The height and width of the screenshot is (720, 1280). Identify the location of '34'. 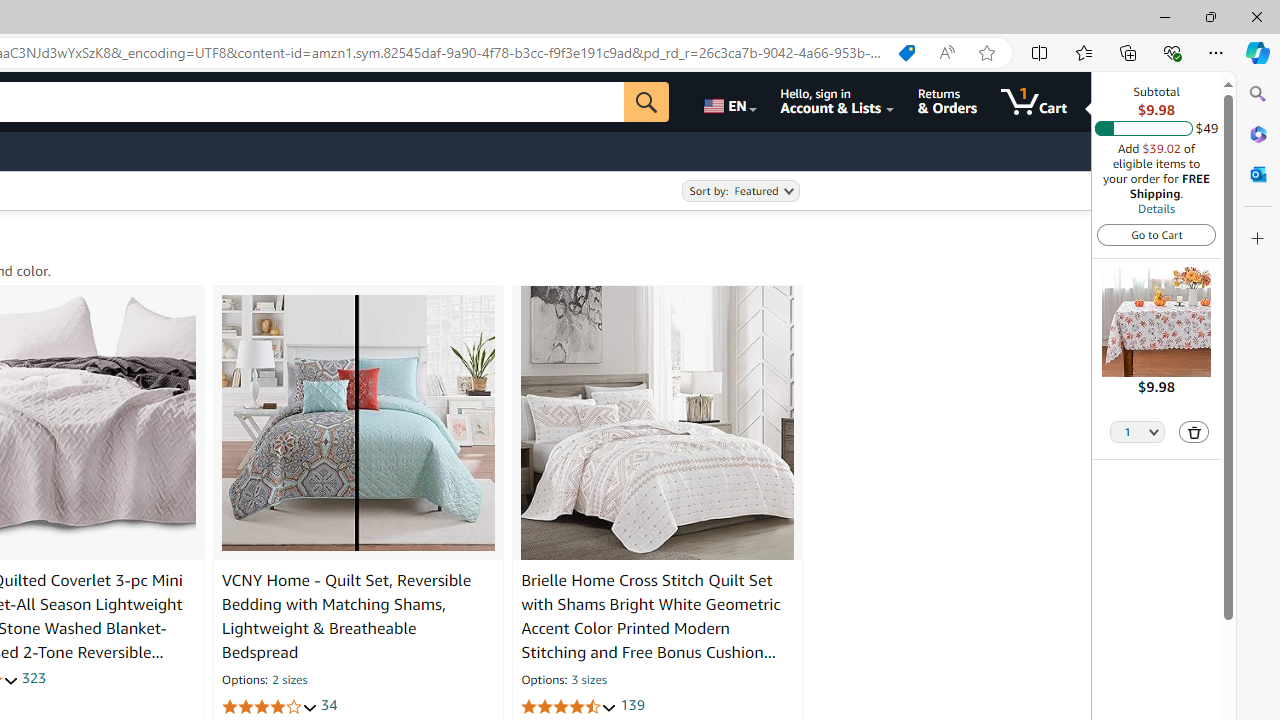
(328, 704).